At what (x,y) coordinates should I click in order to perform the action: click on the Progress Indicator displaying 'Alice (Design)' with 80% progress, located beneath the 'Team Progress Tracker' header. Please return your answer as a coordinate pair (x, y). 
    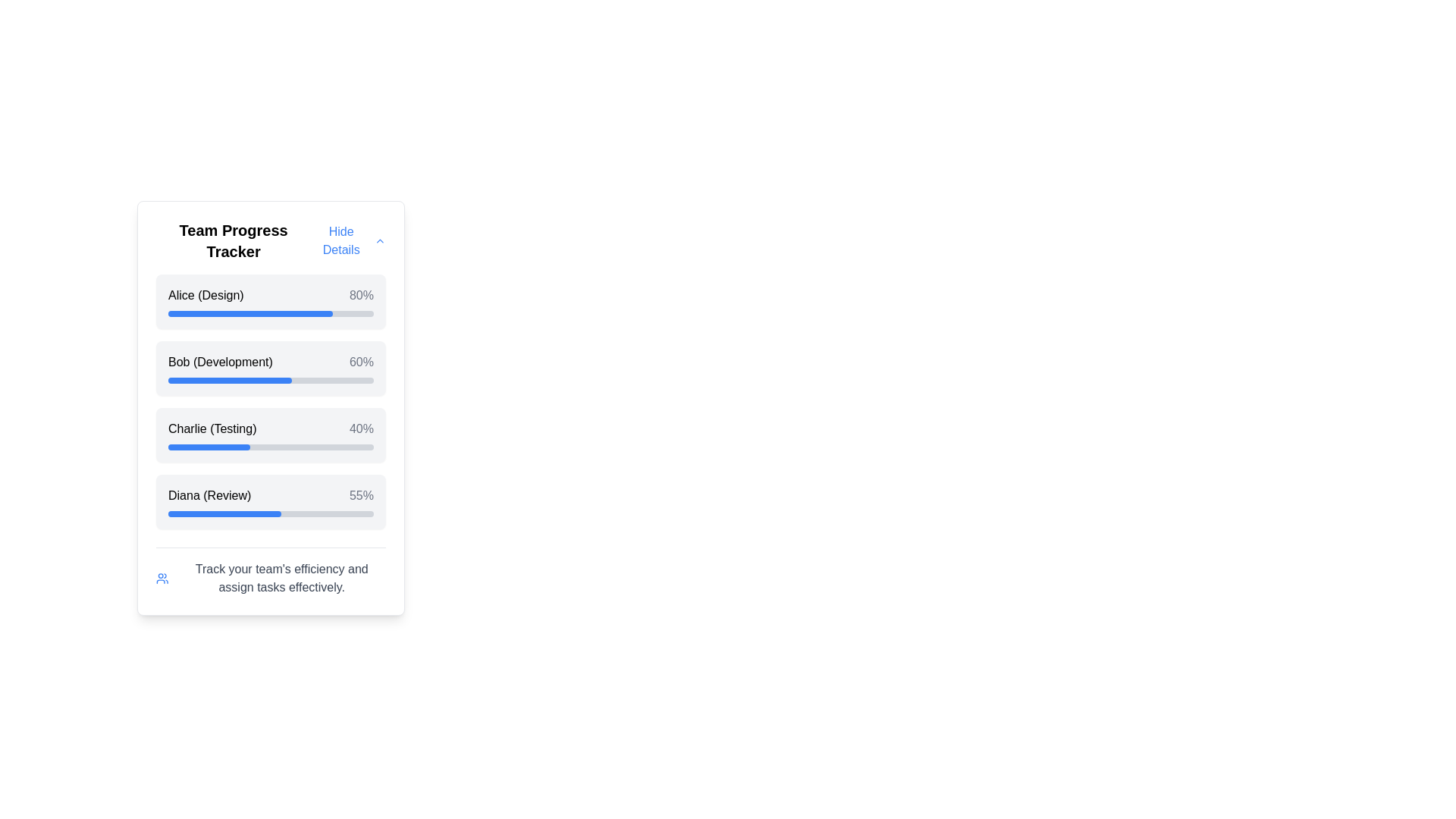
    Looking at the image, I should click on (271, 301).